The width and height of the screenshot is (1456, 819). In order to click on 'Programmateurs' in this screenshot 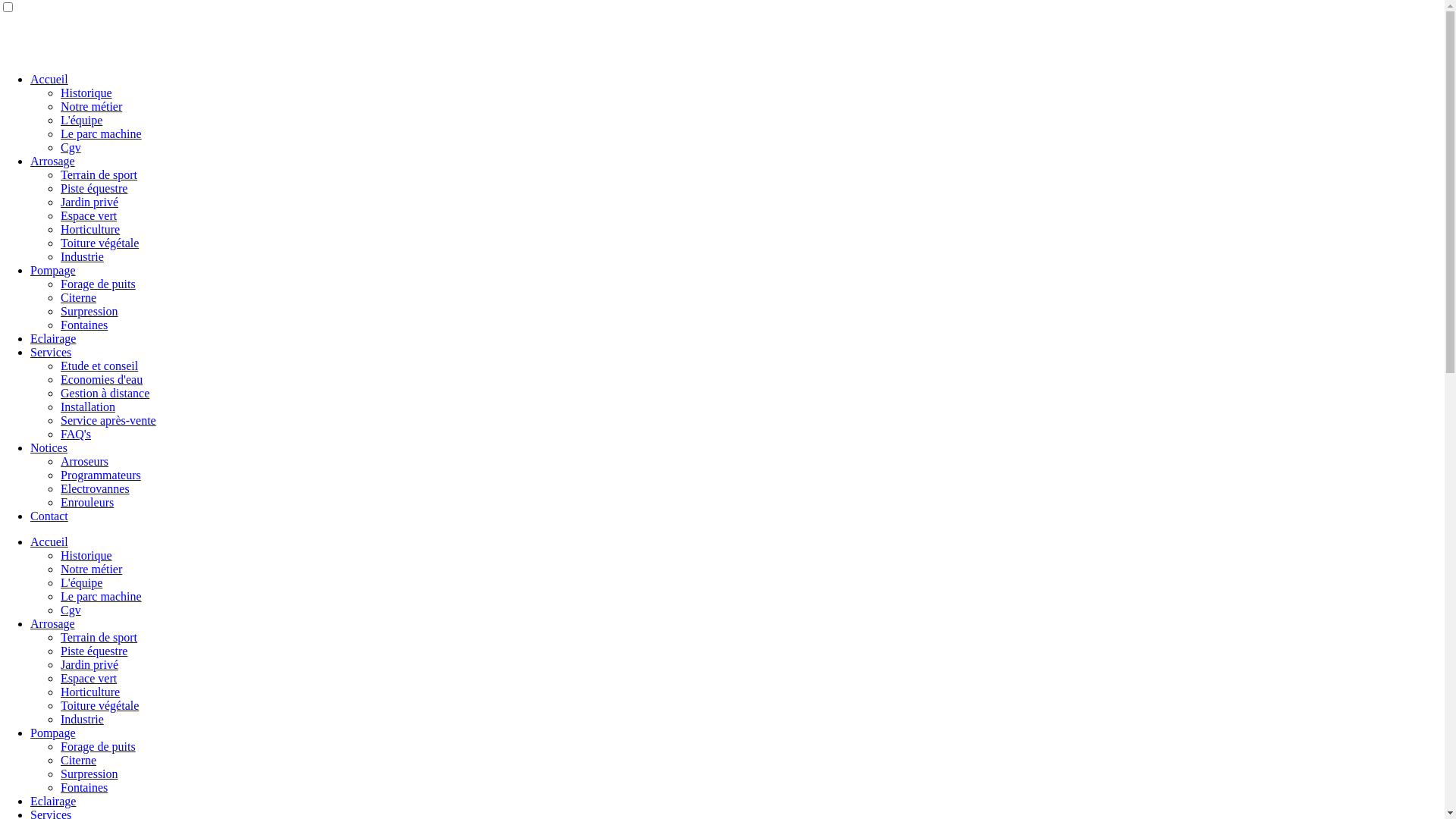, I will do `click(61, 474)`.